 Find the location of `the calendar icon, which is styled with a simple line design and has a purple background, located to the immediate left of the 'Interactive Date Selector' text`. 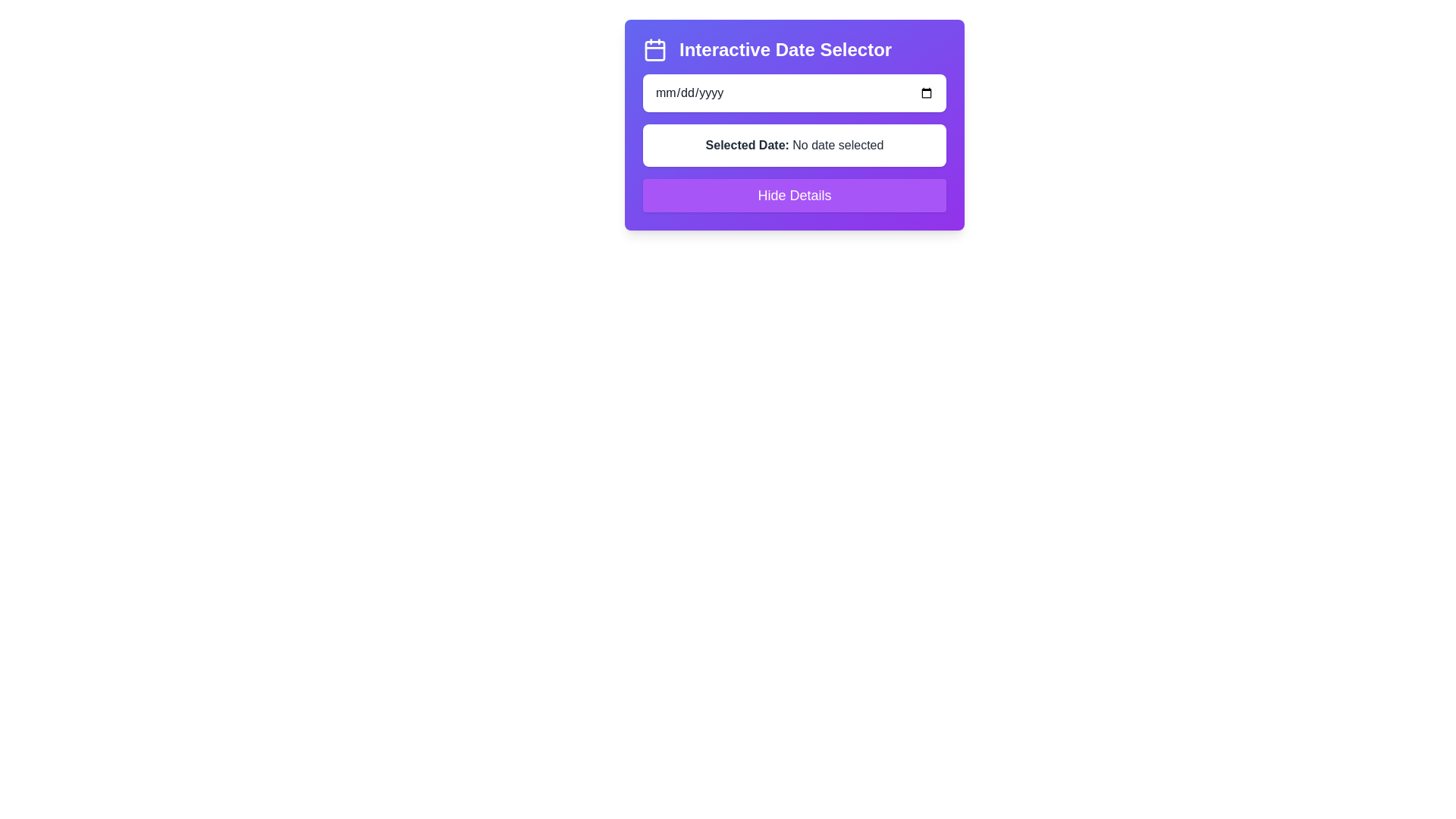

the calendar icon, which is styled with a simple line design and has a purple background, located to the immediate left of the 'Interactive Date Selector' text is located at coordinates (655, 49).